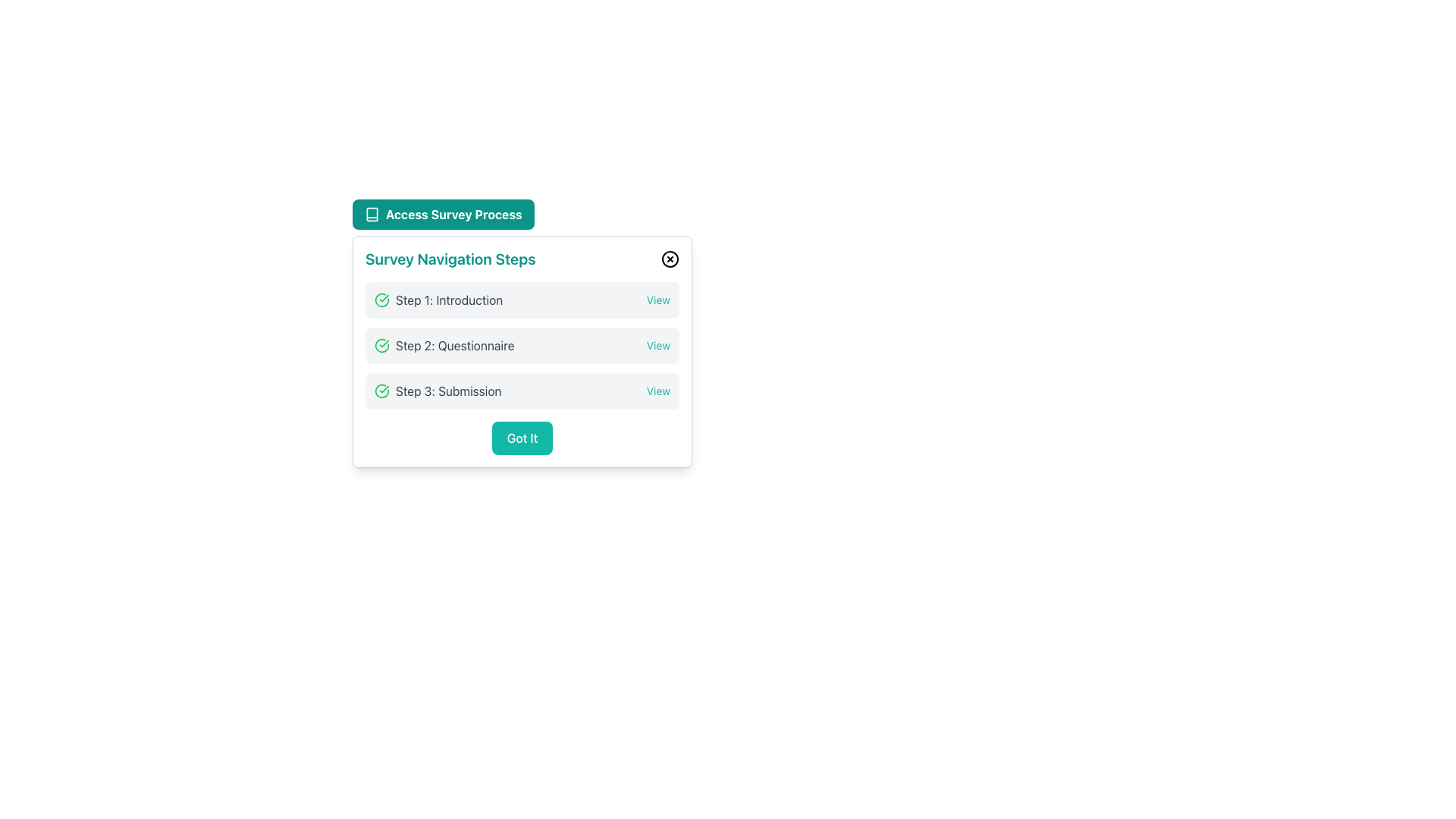  Describe the element at coordinates (522, 259) in the screenshot. I see `the header area of the modal titled 'Survey Navigation Steps' which has a close button on its right side` at that location.